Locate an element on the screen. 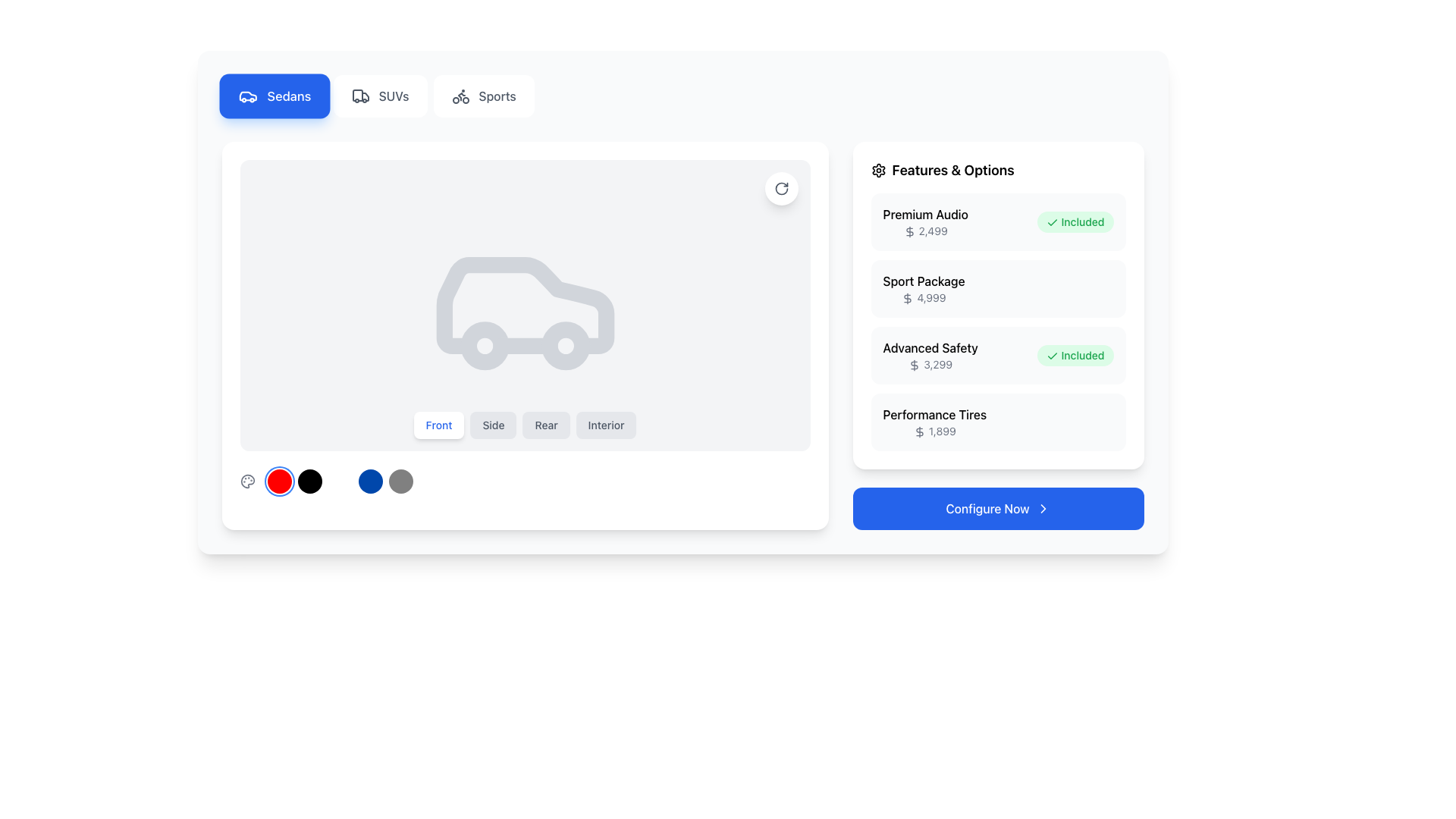 This screenshot has height=819, width=1456. the 'Sports' category icon located in the navigation bar is located at coordinates (460, 96).